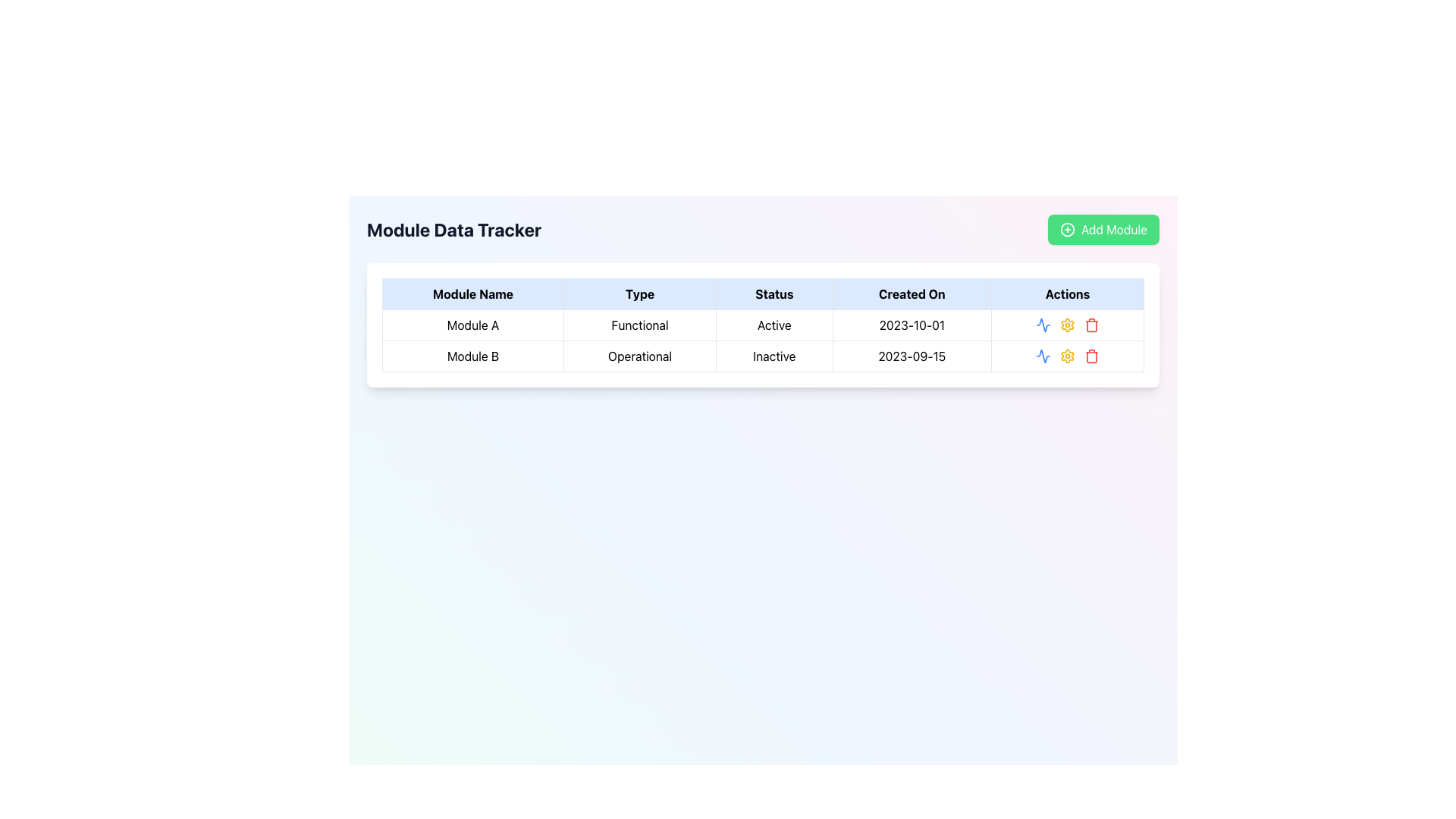  What do you see at coordinates (472, 356) in the screenshot?
I see `the label displaying 'Module B', which is the first field in the second row of a table under the 'Module Name' column` at bounding box center [472, 356].